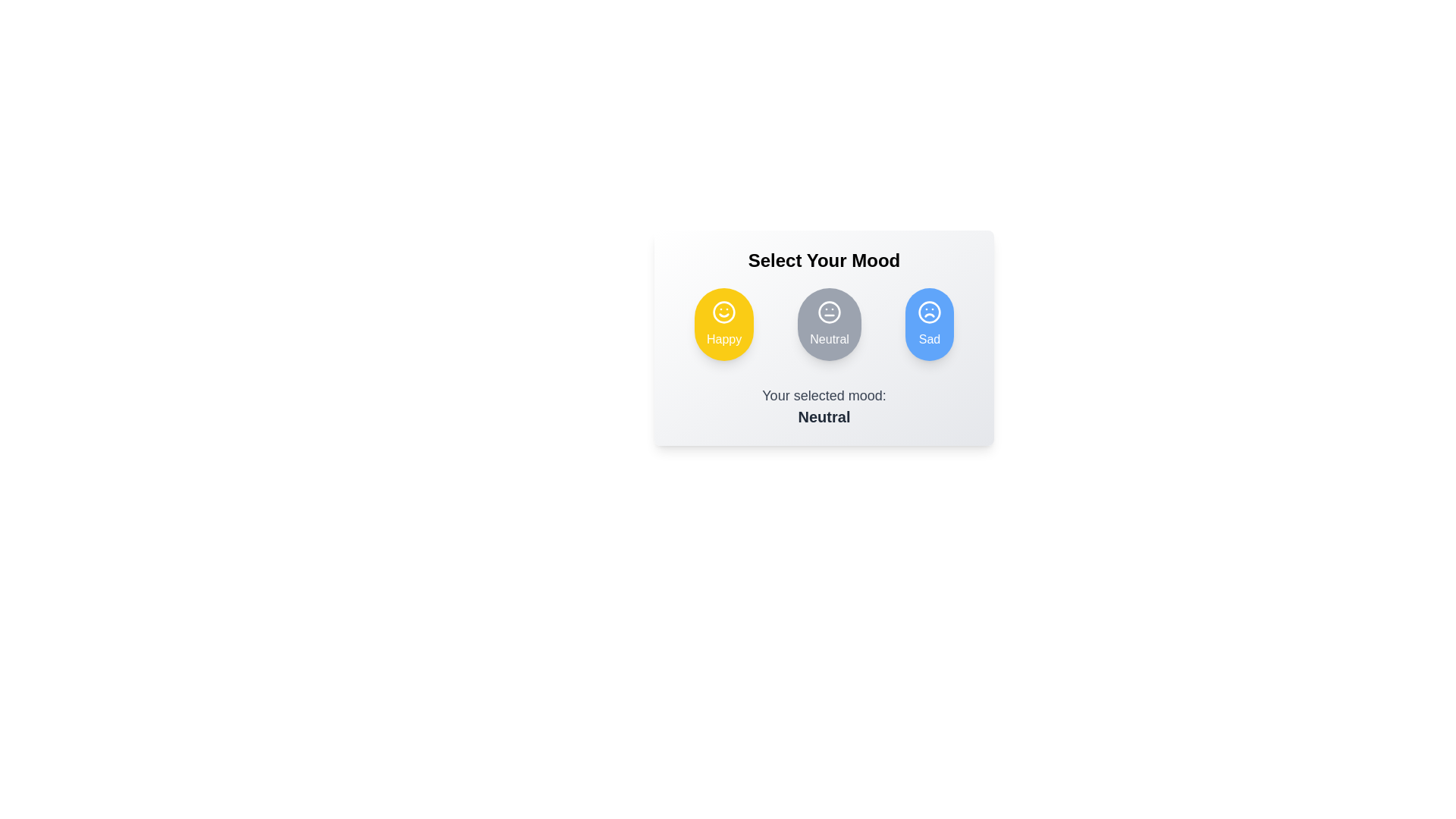 The width and height of the screenshot is (1456, 819). What do you see at coordinates (723, 324) in the screenshot?
I see `the left-most circular button with a yellow background and a white smiley face icon labeled 'Happy'` at bounding box center [723, 324].